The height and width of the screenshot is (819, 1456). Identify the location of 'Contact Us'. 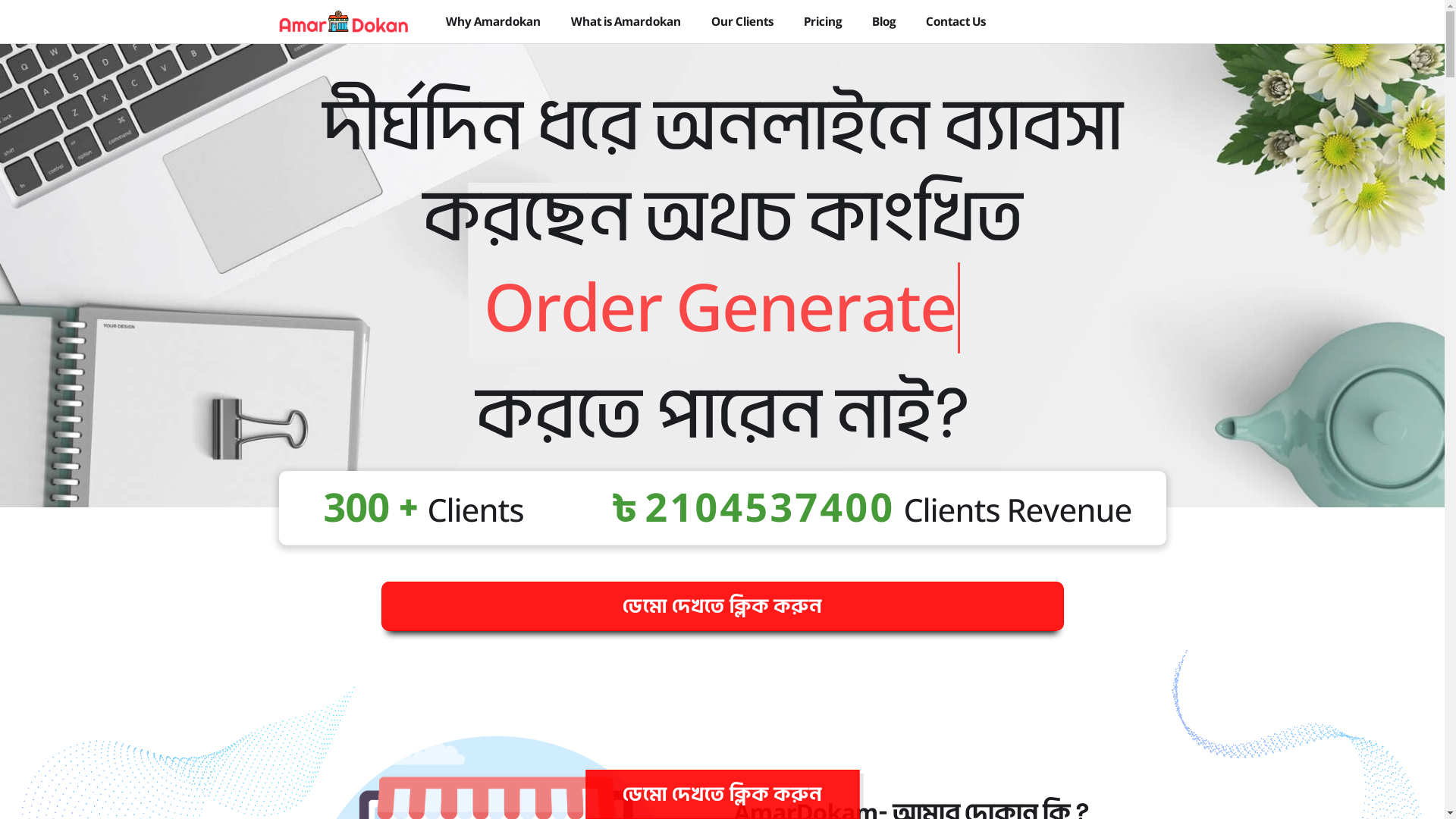
(954, 21).